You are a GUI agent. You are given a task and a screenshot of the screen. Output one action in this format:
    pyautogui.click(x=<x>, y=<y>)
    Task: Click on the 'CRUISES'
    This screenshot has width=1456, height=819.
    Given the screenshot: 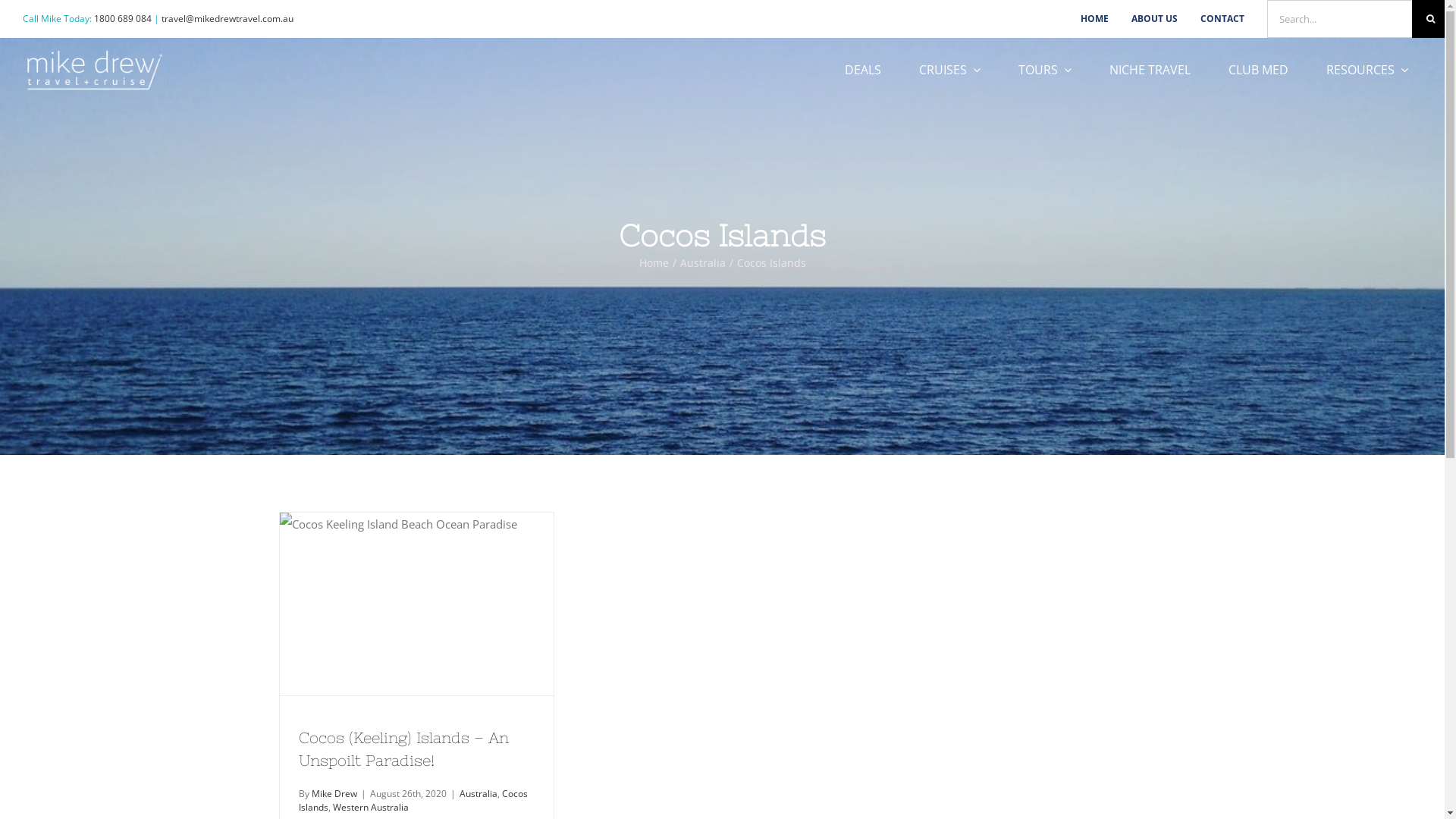 What is the action you would take?
    pyautogui.click(x=949, y=70)
    